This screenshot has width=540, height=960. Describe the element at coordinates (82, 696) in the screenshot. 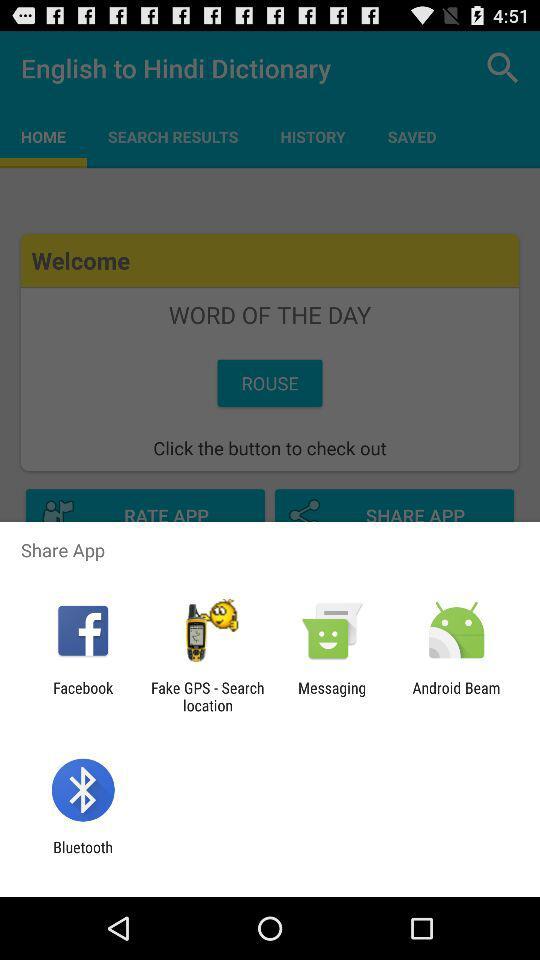

I see `the facebook icon` at that location.